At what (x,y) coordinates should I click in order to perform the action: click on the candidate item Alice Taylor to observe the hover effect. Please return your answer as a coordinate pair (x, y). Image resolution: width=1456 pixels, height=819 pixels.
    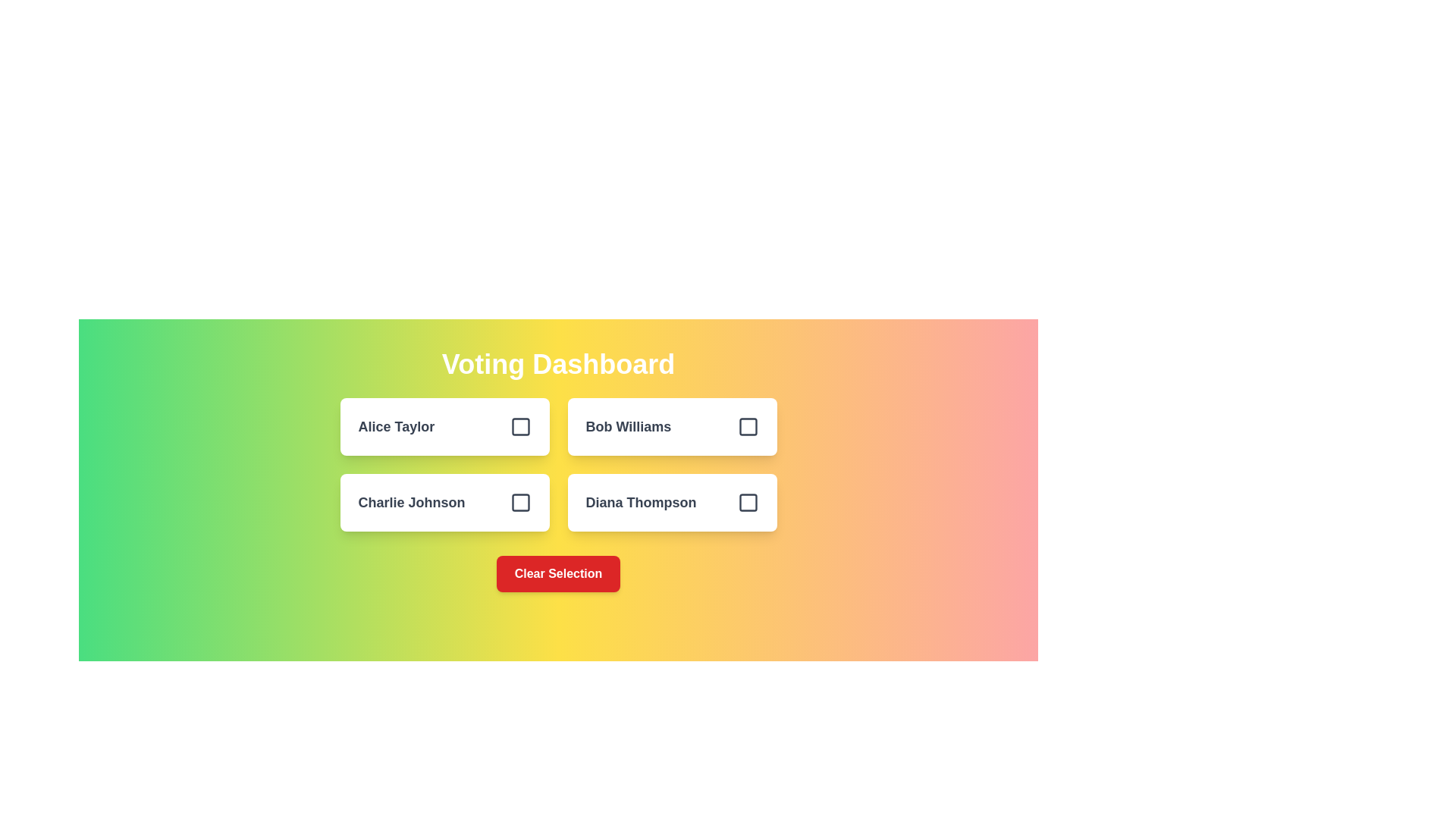
    Looking at the image, I should click on (444, 427).